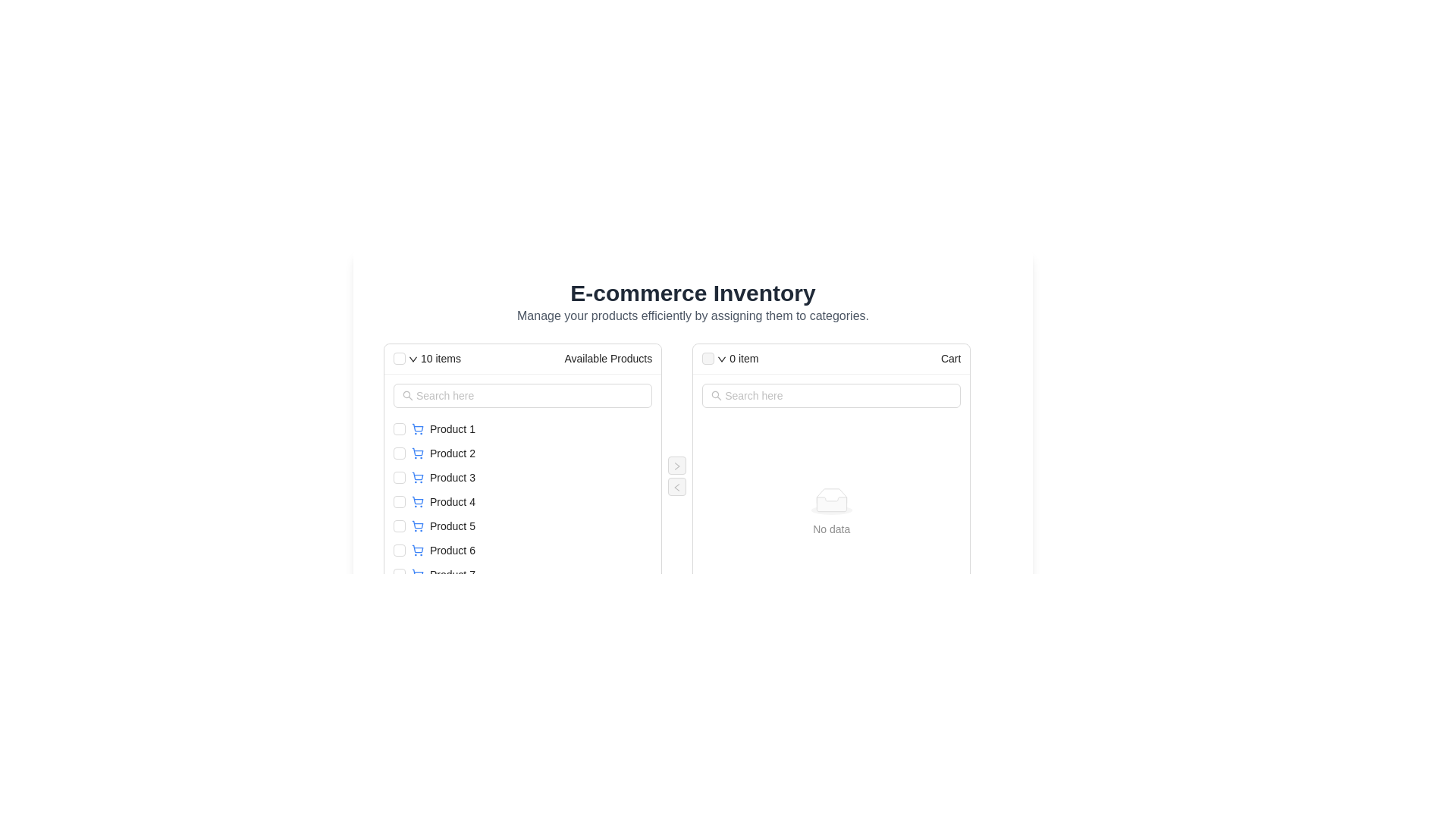  I want to click on the primary body of the shopping cart icon, which is a minimalistic line drawing located next to the text 'Product 6' in the product list, so click(418, 549).